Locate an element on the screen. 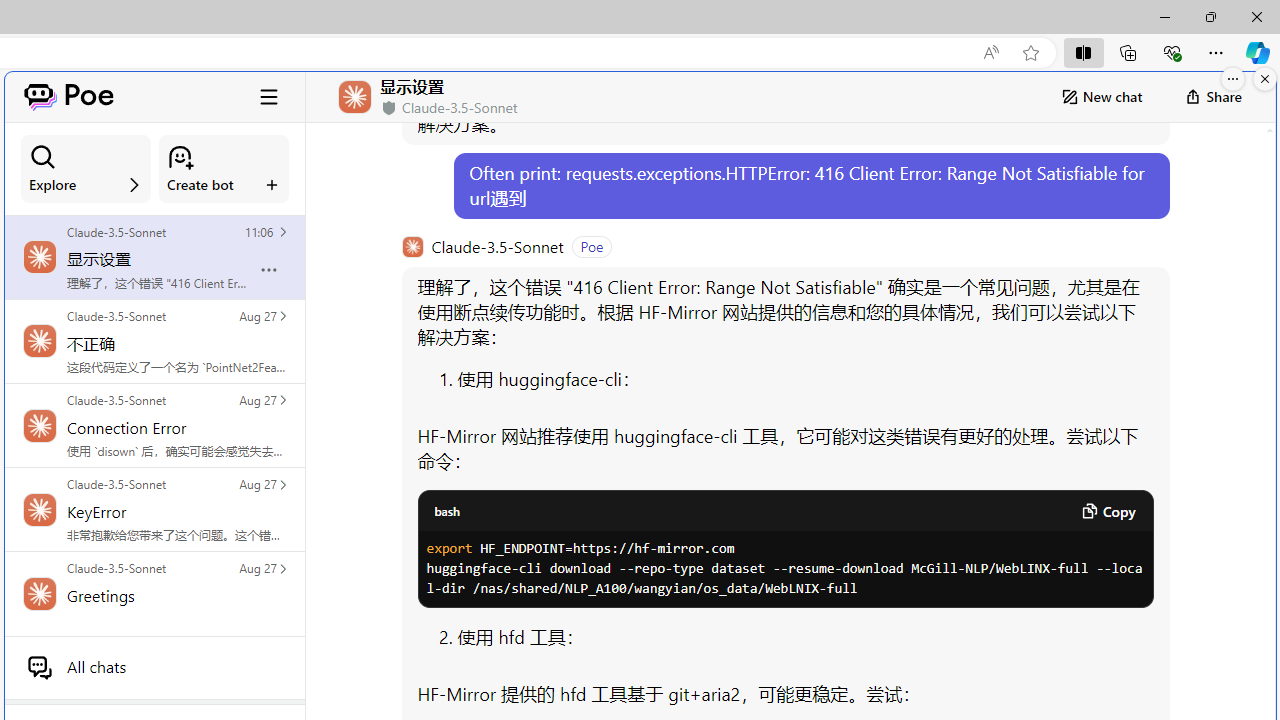 Image resolution: width=1280 pixels, height=720 pixels. 'Add this page to favorites (Ctrl+D)' is located at coordinates (1031, 52).